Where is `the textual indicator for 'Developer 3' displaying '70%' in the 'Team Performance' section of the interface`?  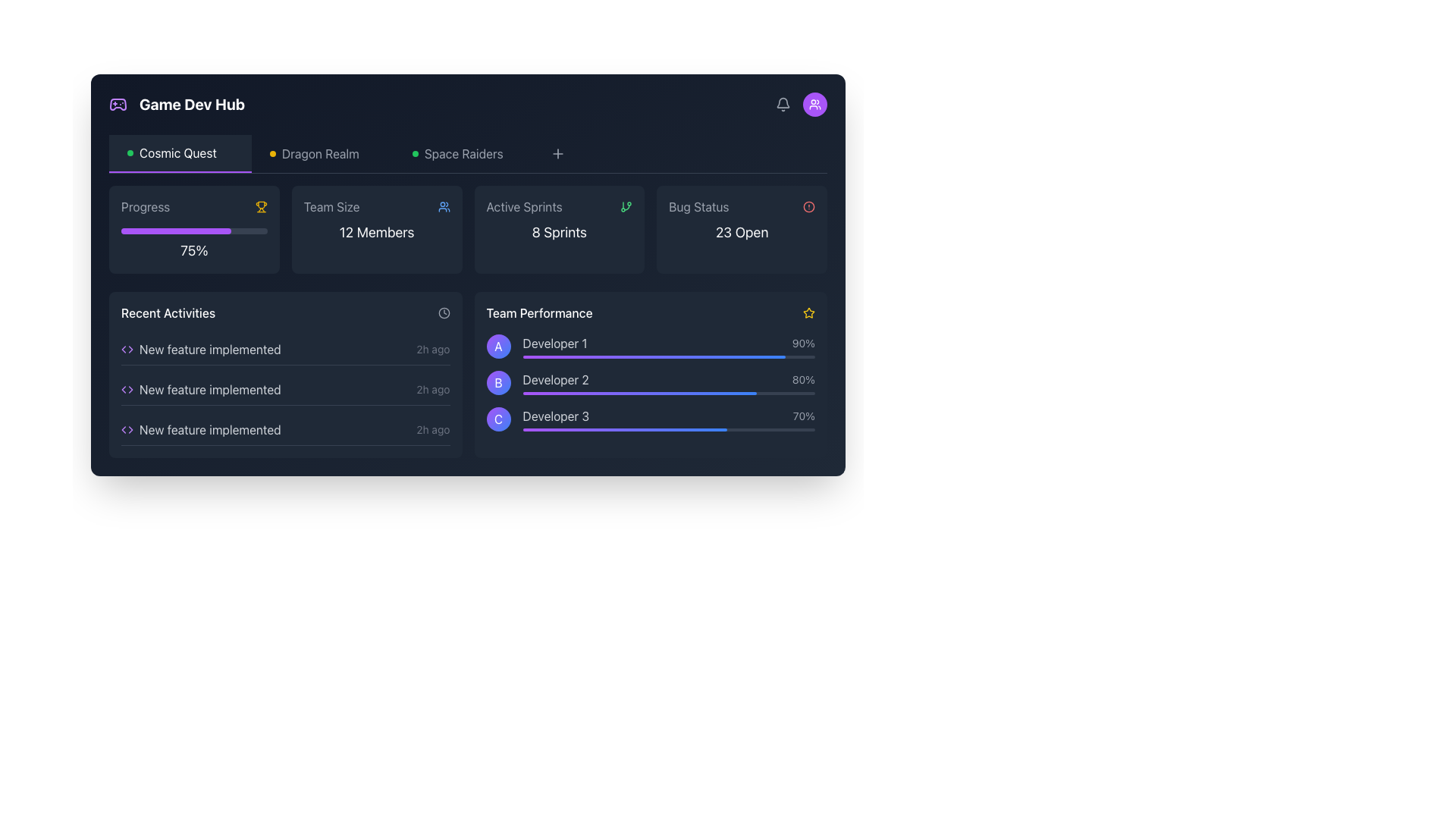
the textual indicator for 'Developer 3' displaying '70%' in the 'Team Performance' section of the interface is located at coordinates (668, 416).